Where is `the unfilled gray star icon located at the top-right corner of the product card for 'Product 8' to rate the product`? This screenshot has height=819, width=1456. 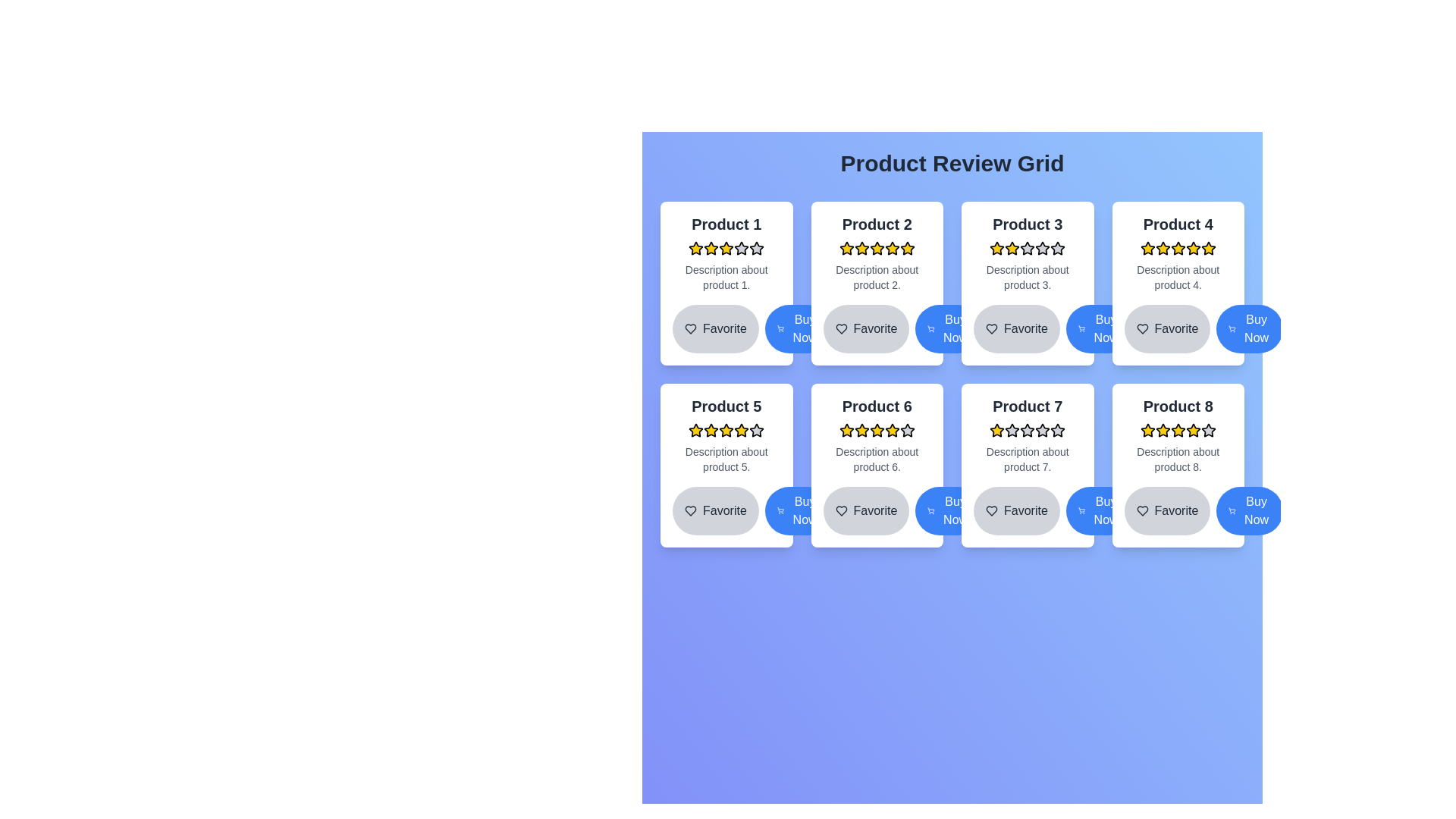
the unfilled gray star icon located at the top-right corner of the product card for 'Product 8' to rate the product is located at coordinates (1207, 430).